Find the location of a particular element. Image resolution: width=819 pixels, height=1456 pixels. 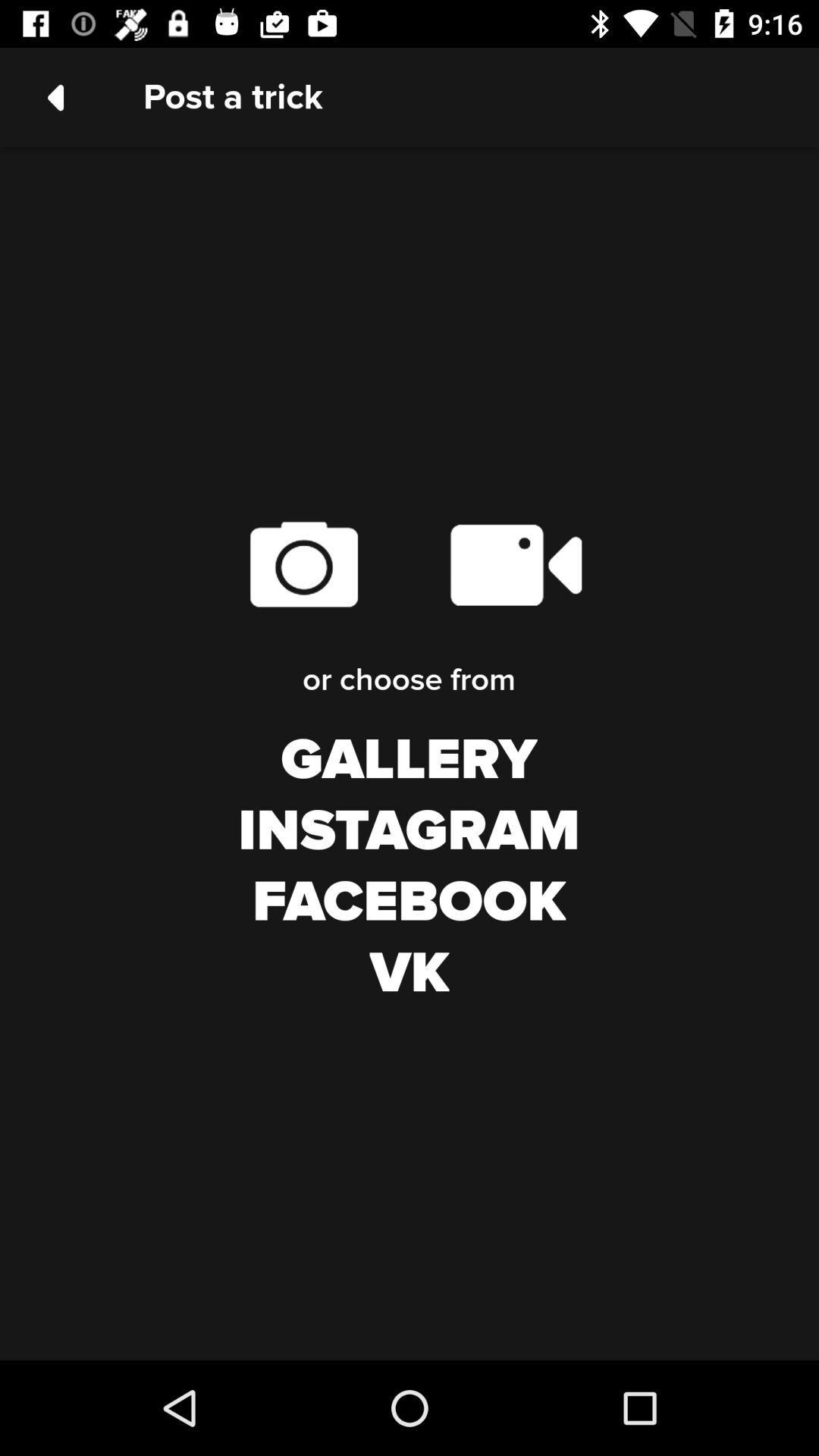

icon to the left of post a trick item is located at coordinates (55, 96).